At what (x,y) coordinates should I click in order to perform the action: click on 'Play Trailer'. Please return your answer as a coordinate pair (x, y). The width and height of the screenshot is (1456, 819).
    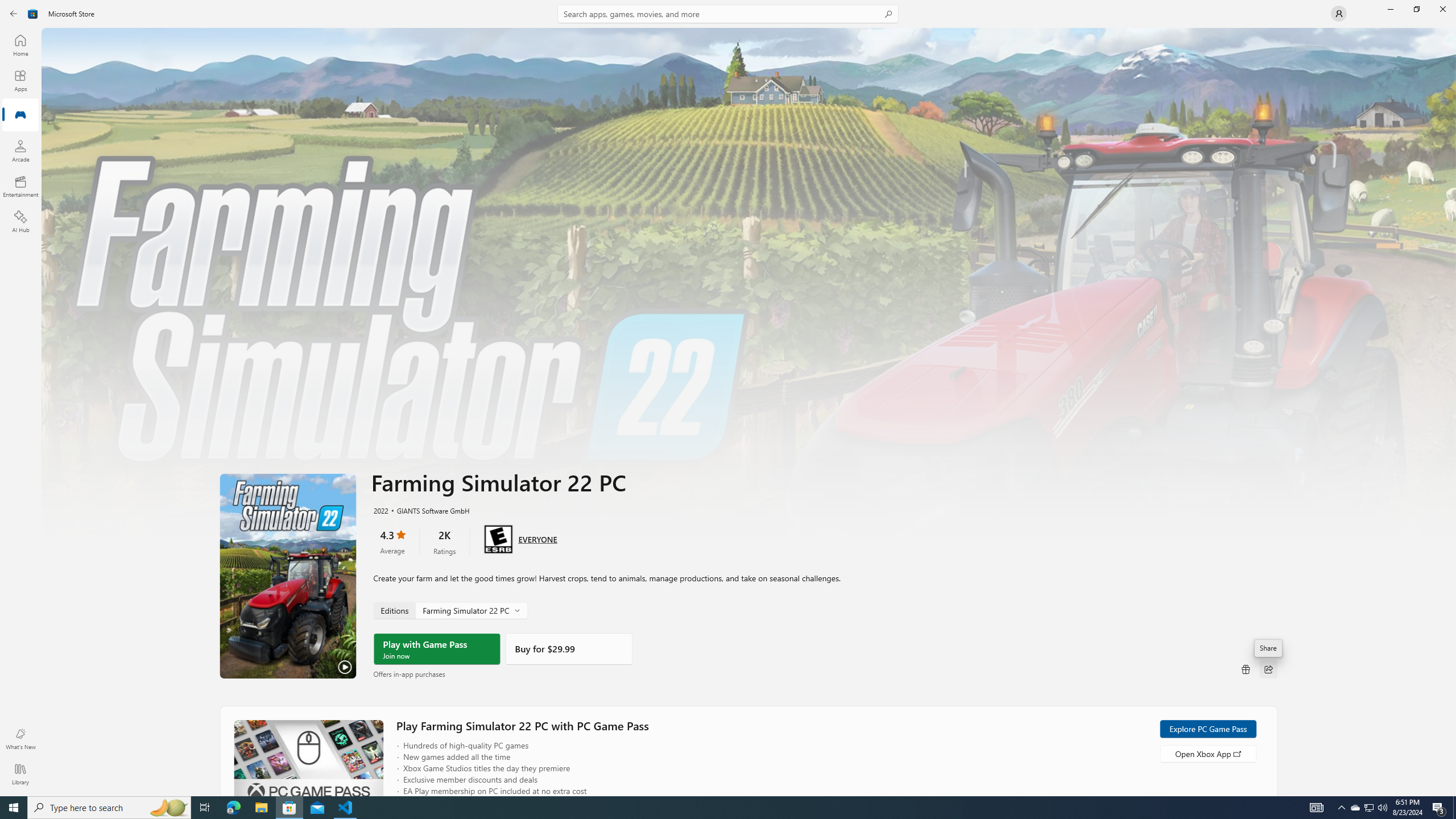
    Looking at the image, I should click on (287, 575).